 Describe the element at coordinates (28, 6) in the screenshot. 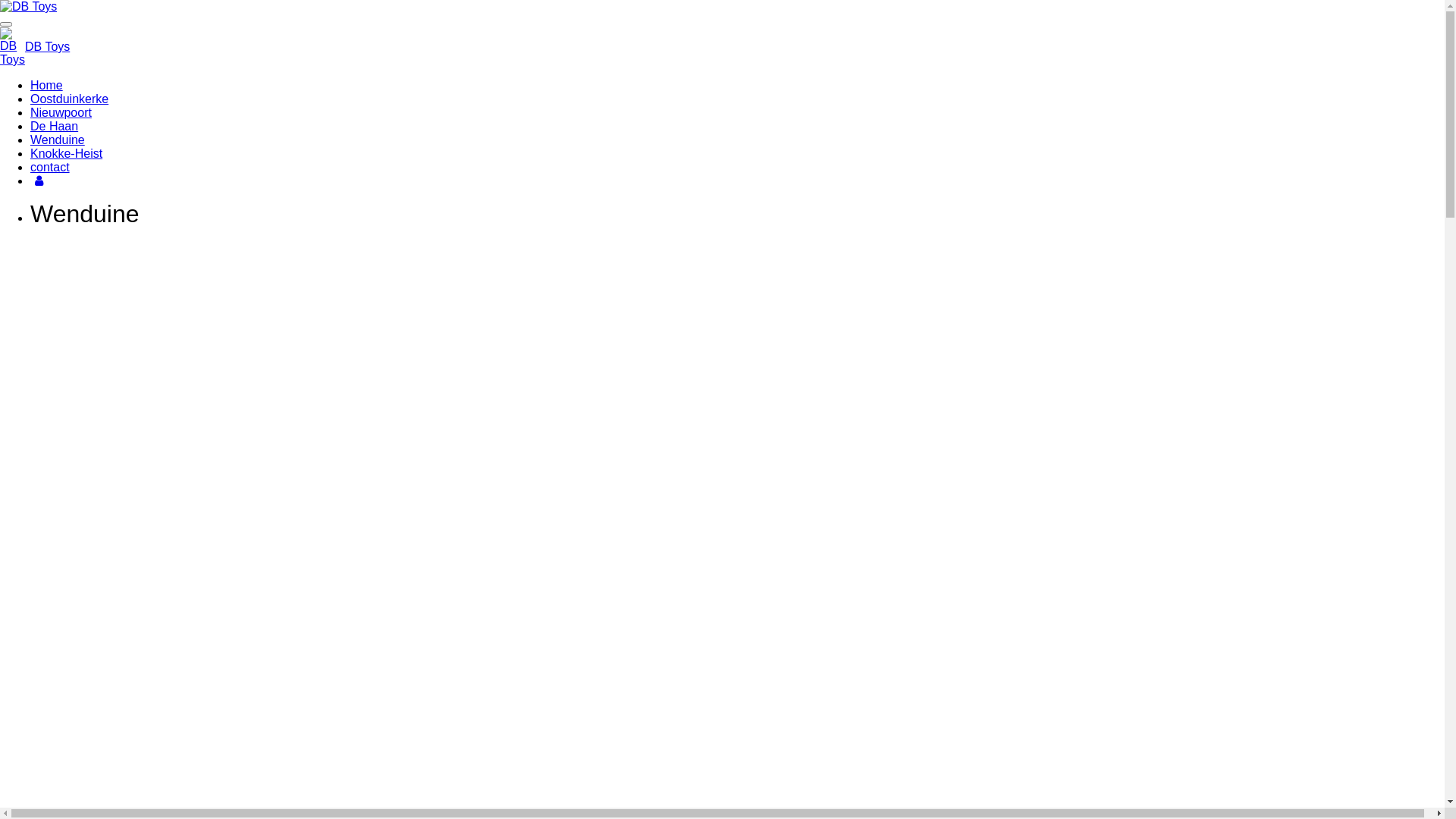

I see `'DB Toys'` at that location.